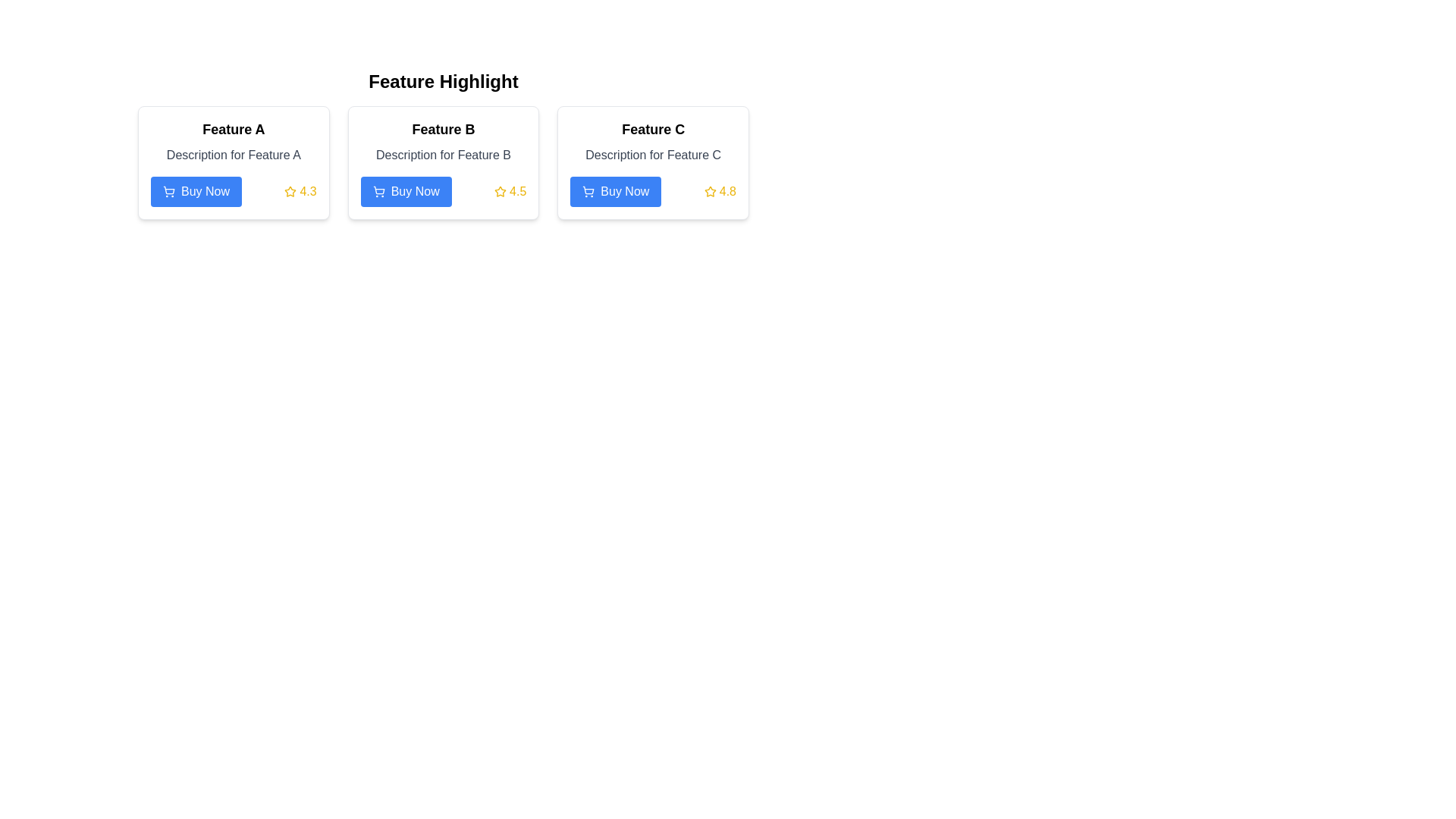  Describe the element at coordinates (233, 128) in the screenshot. I see `the text label located at the top-center of the first card in a horizontally aligned group of three cards, which serves as an identifier for the content below it` at that location.